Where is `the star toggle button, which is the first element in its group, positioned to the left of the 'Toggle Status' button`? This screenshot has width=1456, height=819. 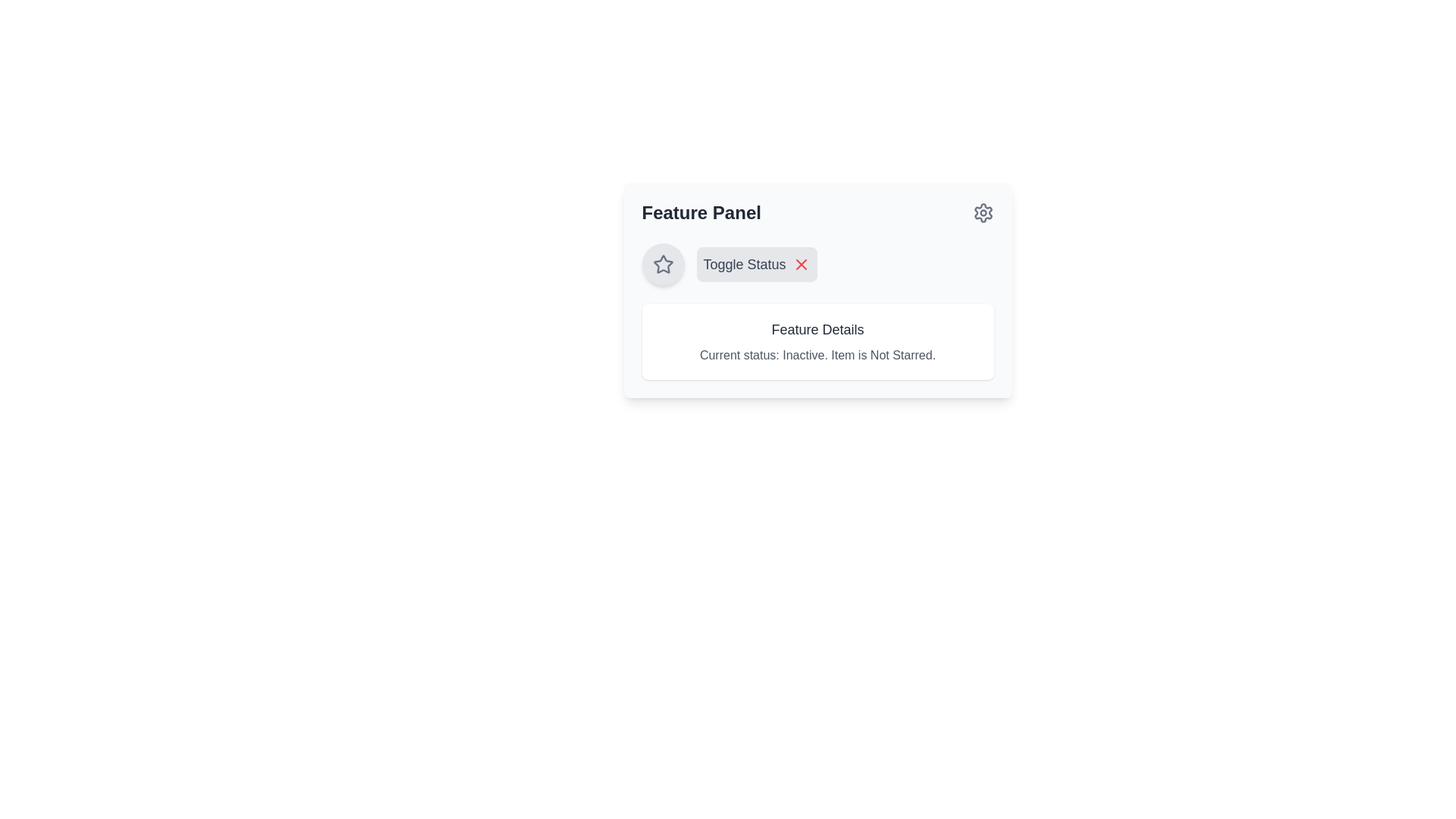
the star toggle button, which is the first element in its group, positioned to the left of the 'Toggle Status' button is located at coordinates (663, 263).